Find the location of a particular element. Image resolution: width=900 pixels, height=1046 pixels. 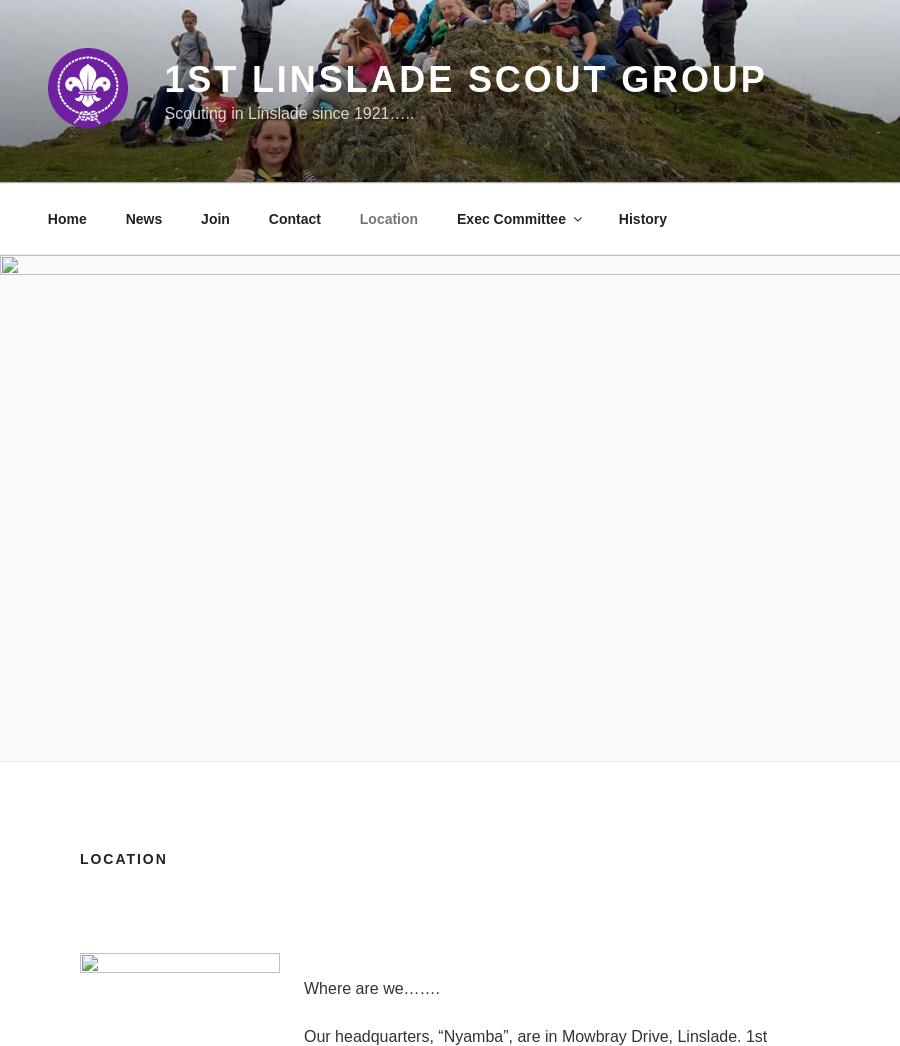

'1st Linslade Scout Group' is located at coordinates (464, 79).